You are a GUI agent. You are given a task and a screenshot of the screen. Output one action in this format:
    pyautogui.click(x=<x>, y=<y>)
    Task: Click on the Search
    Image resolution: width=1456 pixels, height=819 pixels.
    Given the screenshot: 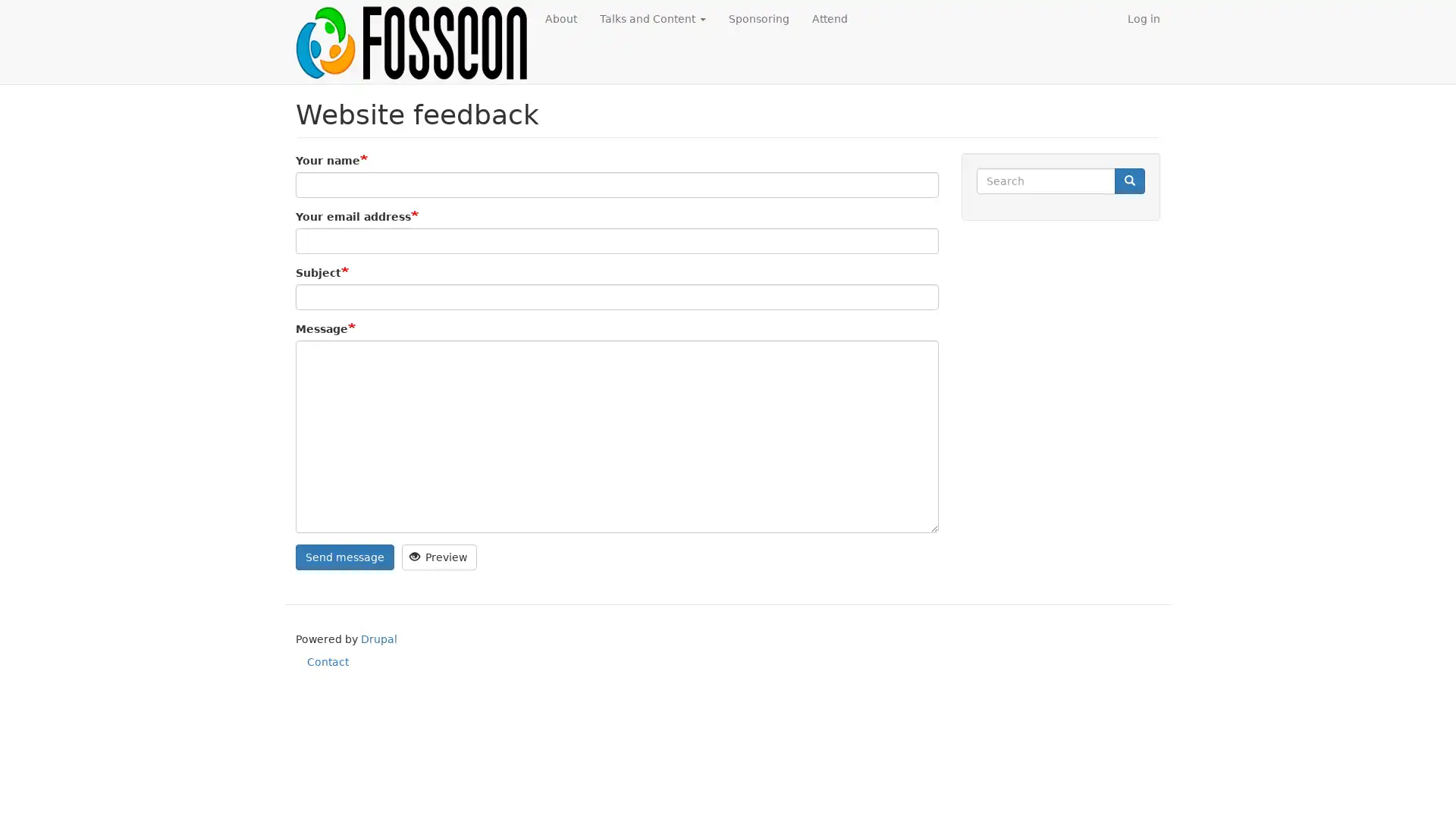 What is the action you would take?
    pyautogui.click(x=1129, y=180)
    